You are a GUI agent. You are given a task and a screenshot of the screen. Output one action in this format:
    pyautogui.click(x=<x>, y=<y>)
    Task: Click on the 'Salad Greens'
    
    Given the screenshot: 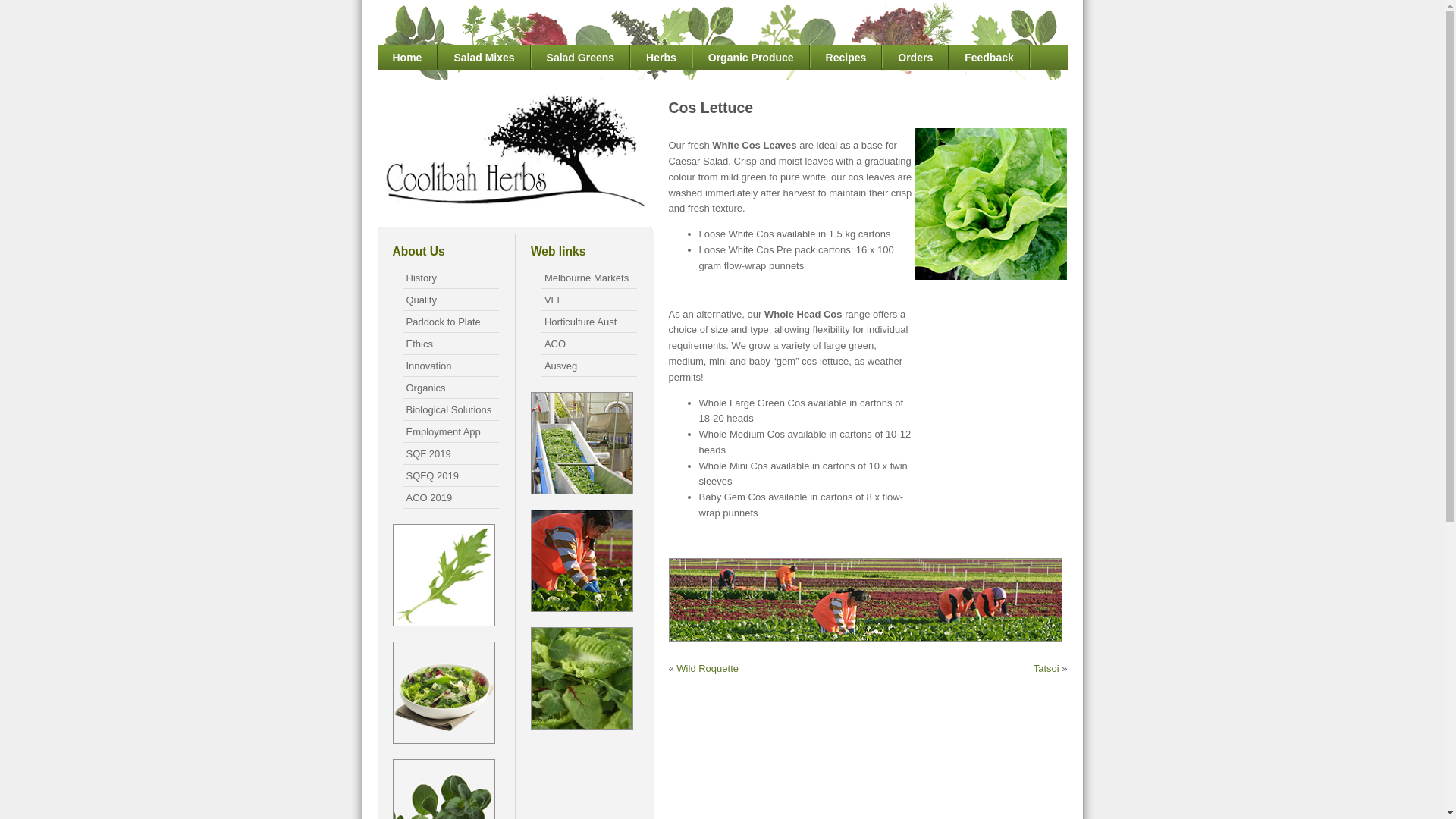 What is the action you would take?
    pyautogui.click(x=580, y=57)
    